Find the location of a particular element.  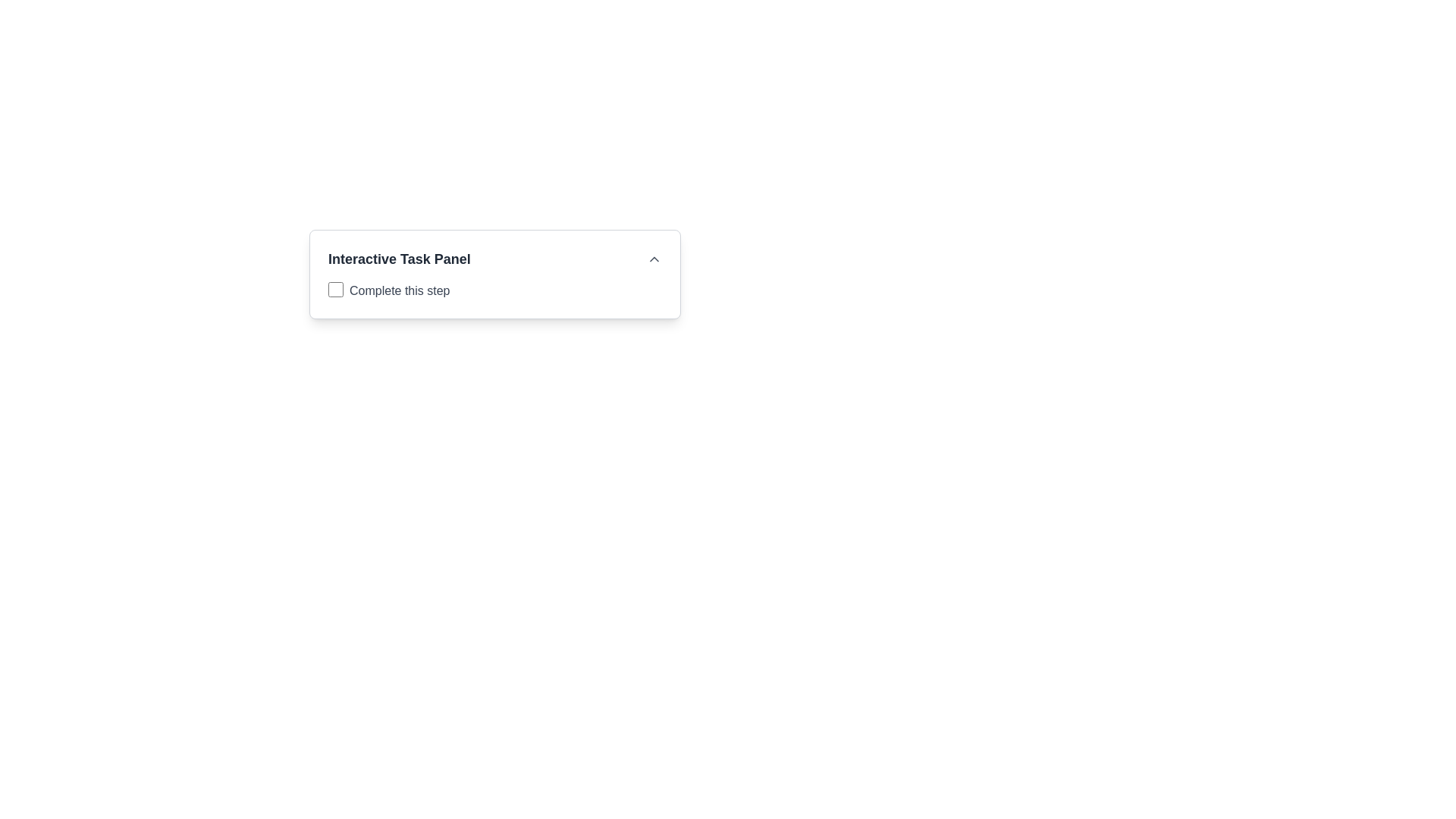

the button located on the far right of the header section of the 'Interactive Task Panel' to change its color is located at coordinates (654, 259).